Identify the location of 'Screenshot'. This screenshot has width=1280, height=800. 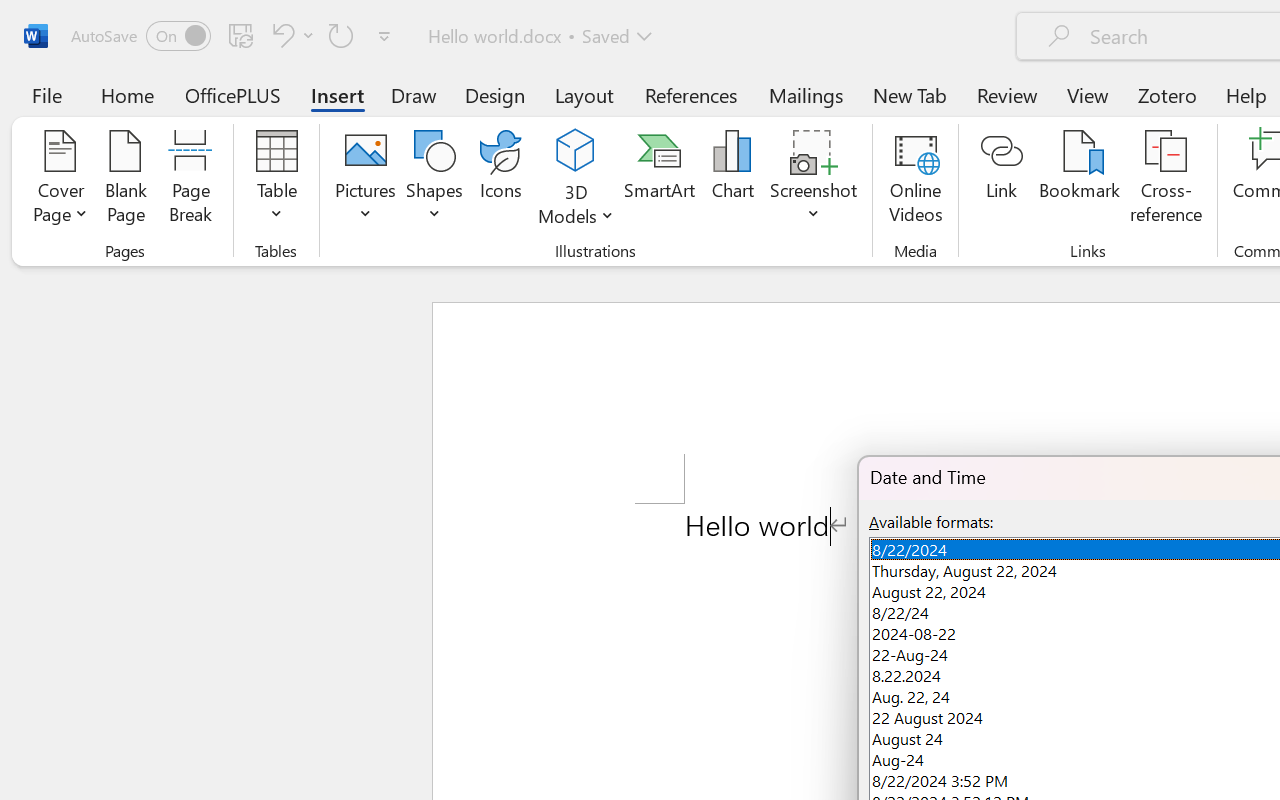
(814, 179).